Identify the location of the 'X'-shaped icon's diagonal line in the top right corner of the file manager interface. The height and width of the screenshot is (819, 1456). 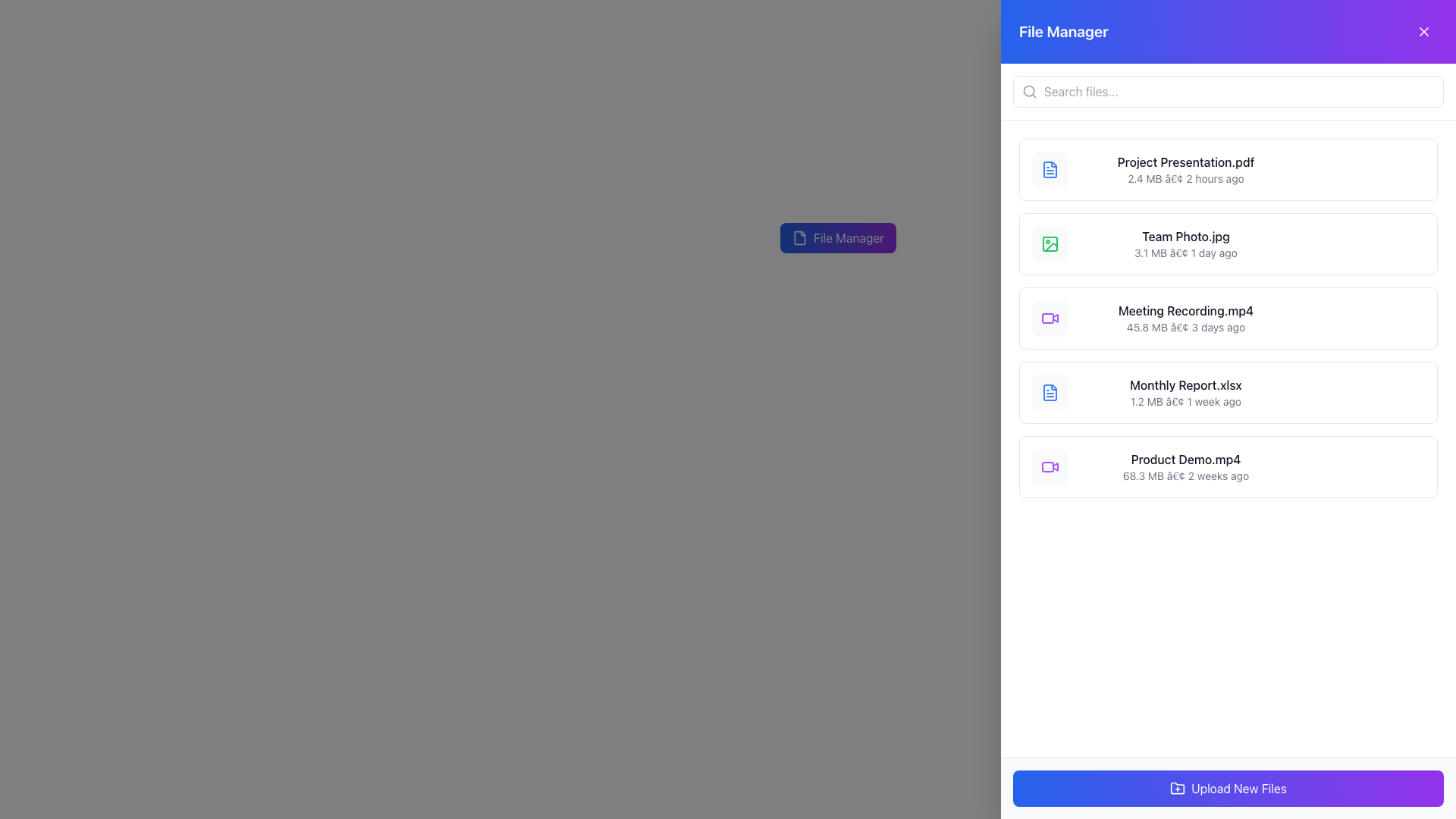
(1423, 32).